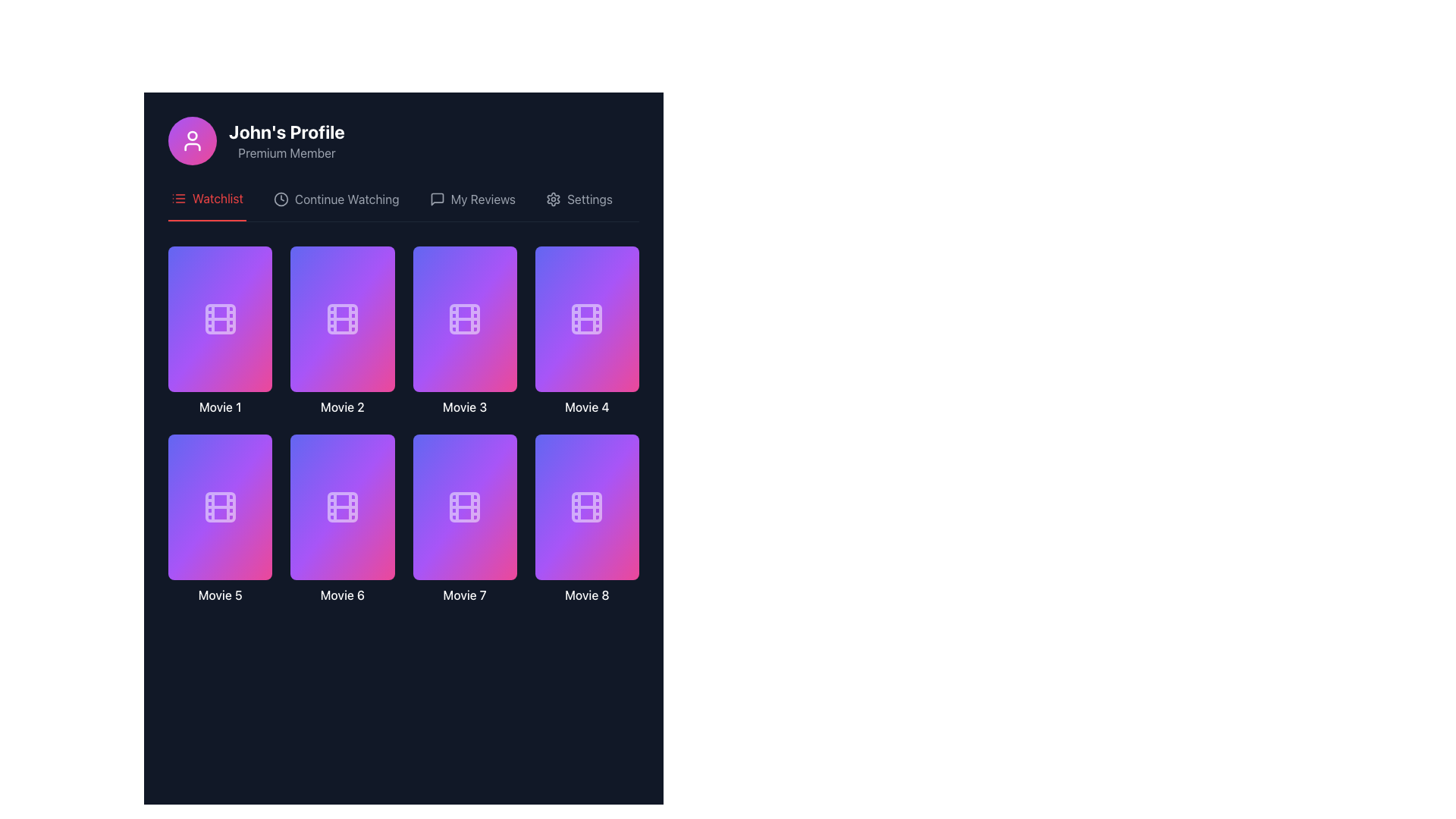  What do you see at coordinates (219, 311) in the screenshot?
I see `the play button located in the top-left corner of the 'Movie 1' card` at bounding box center [219, 311].